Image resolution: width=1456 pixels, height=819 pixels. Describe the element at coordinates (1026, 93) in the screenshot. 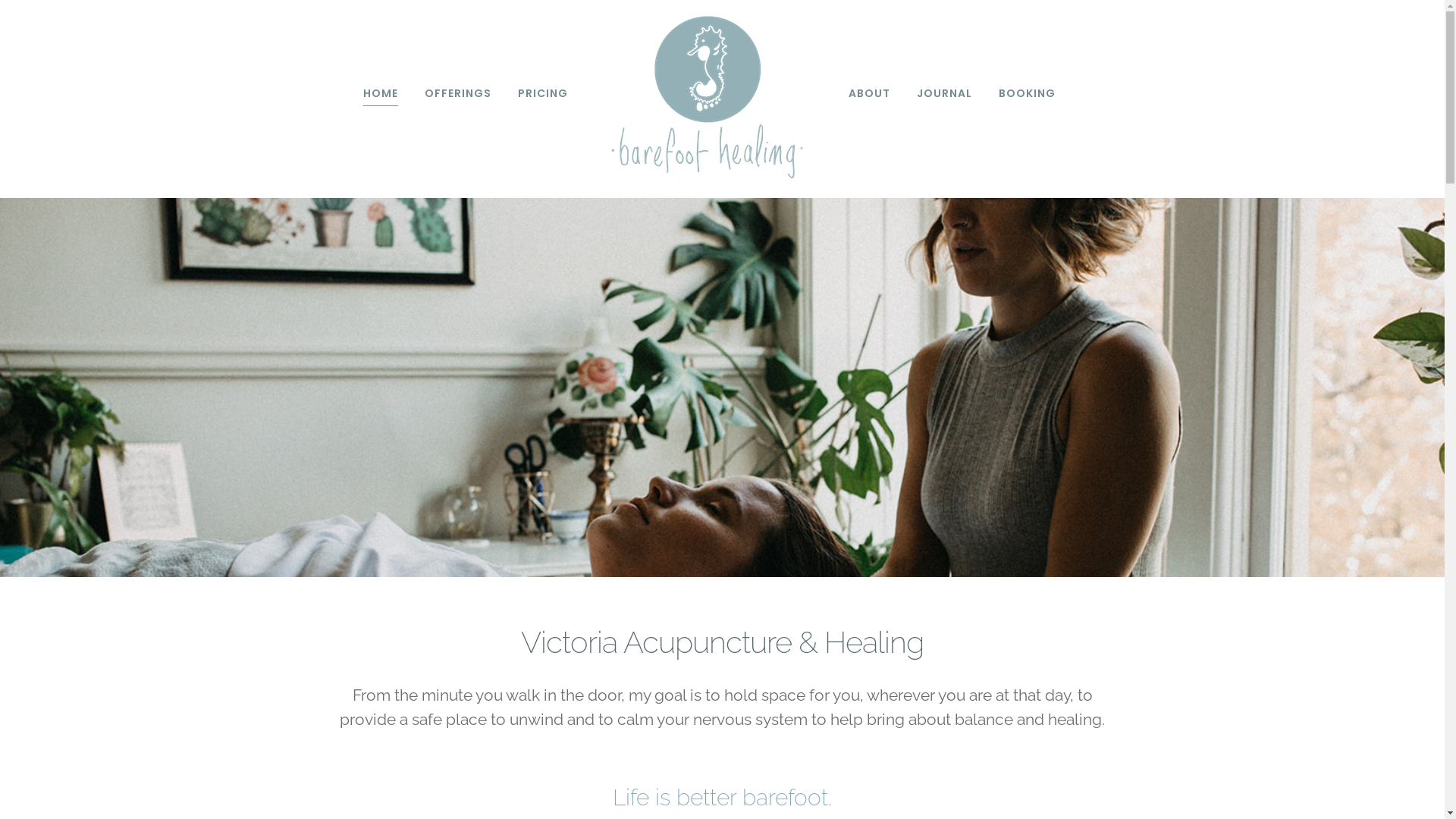

I see `'BOOKING'` at that location.